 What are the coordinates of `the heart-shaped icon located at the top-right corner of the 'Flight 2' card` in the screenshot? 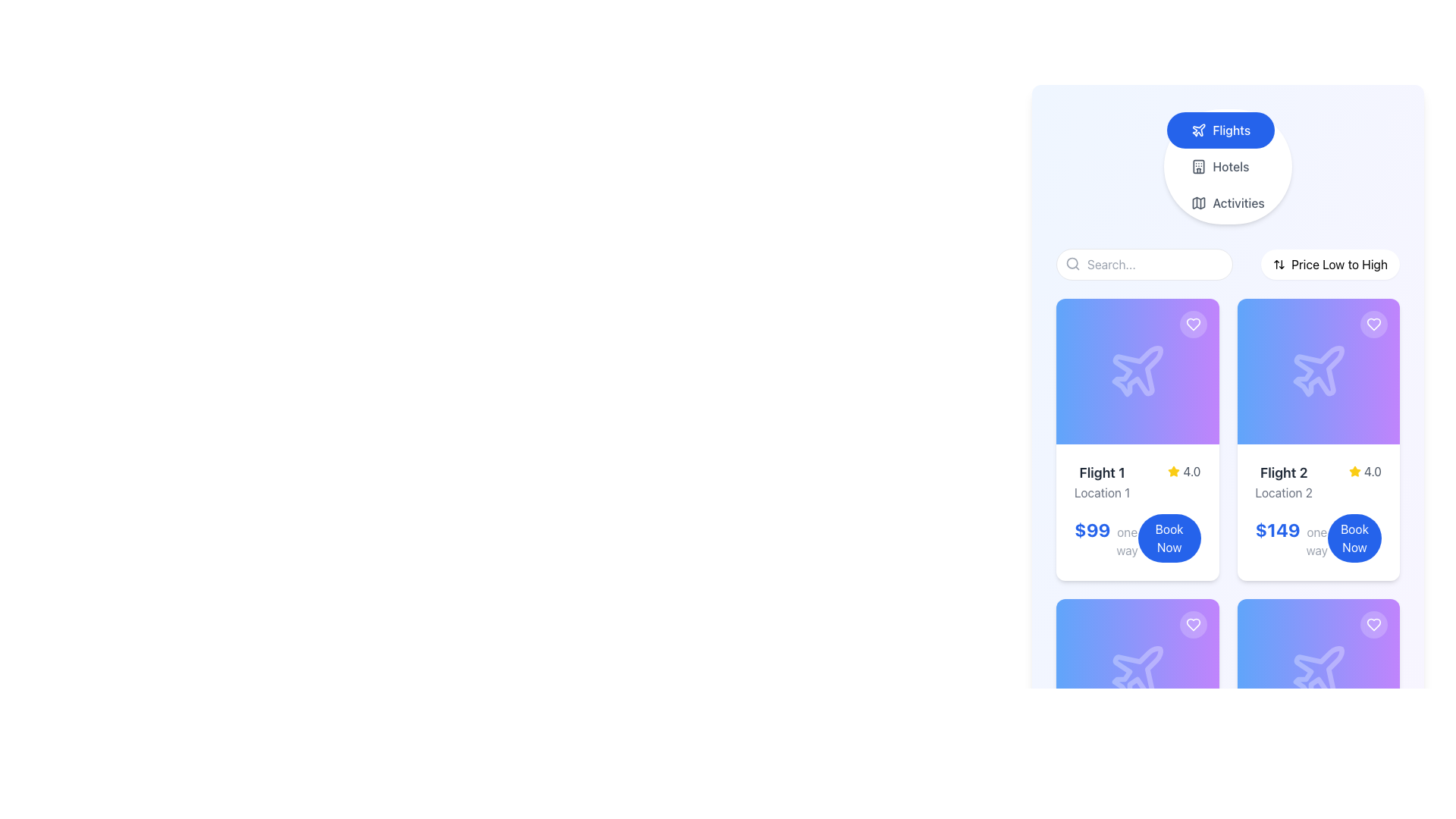 It's located at (1373, 625).